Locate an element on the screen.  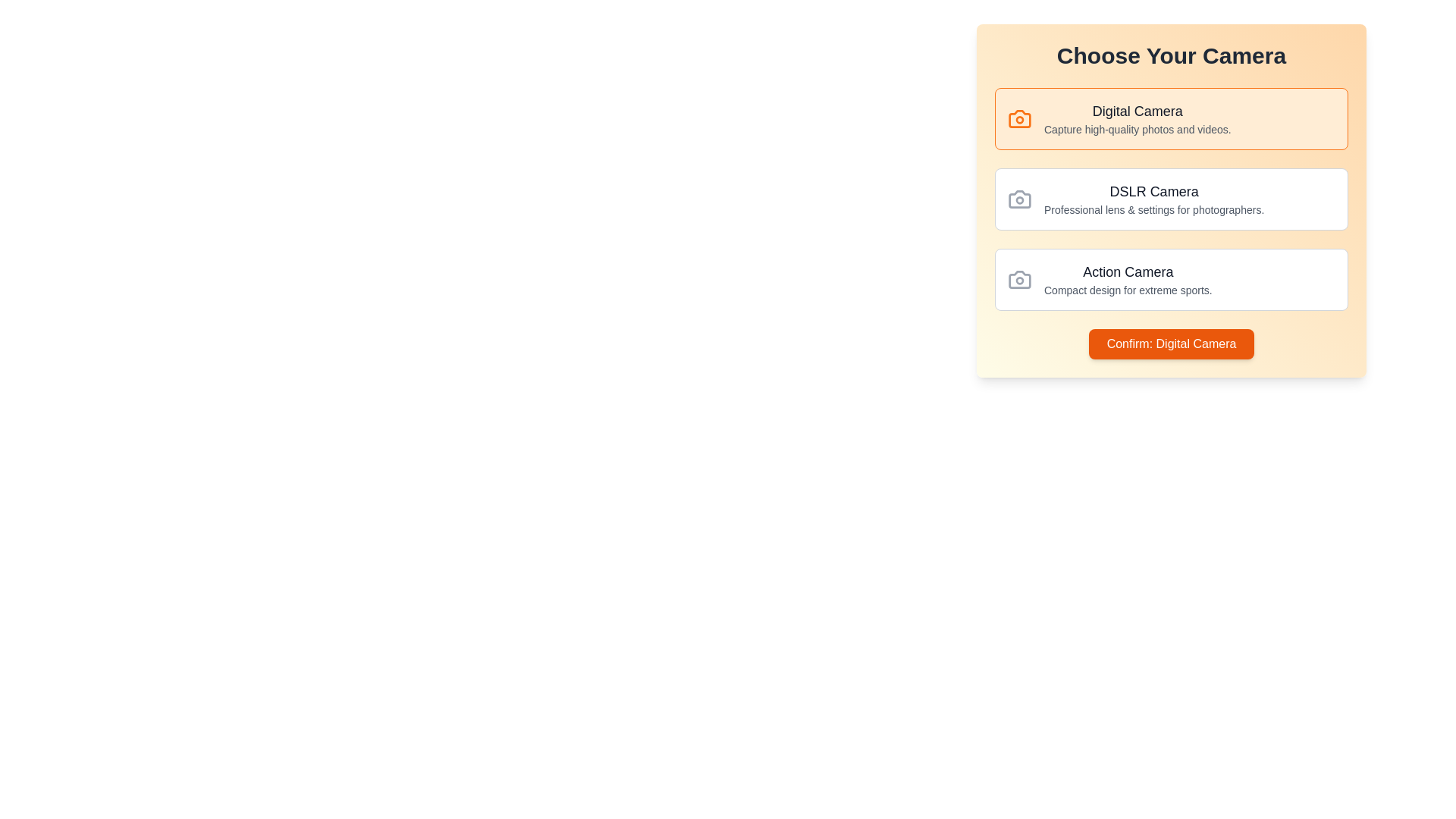
text displayed in the 'Digital Camera' option within the 'Choose Your Camera' panel, which is the first item in a vertical list of camera options is located at coordinates (1137, 118).